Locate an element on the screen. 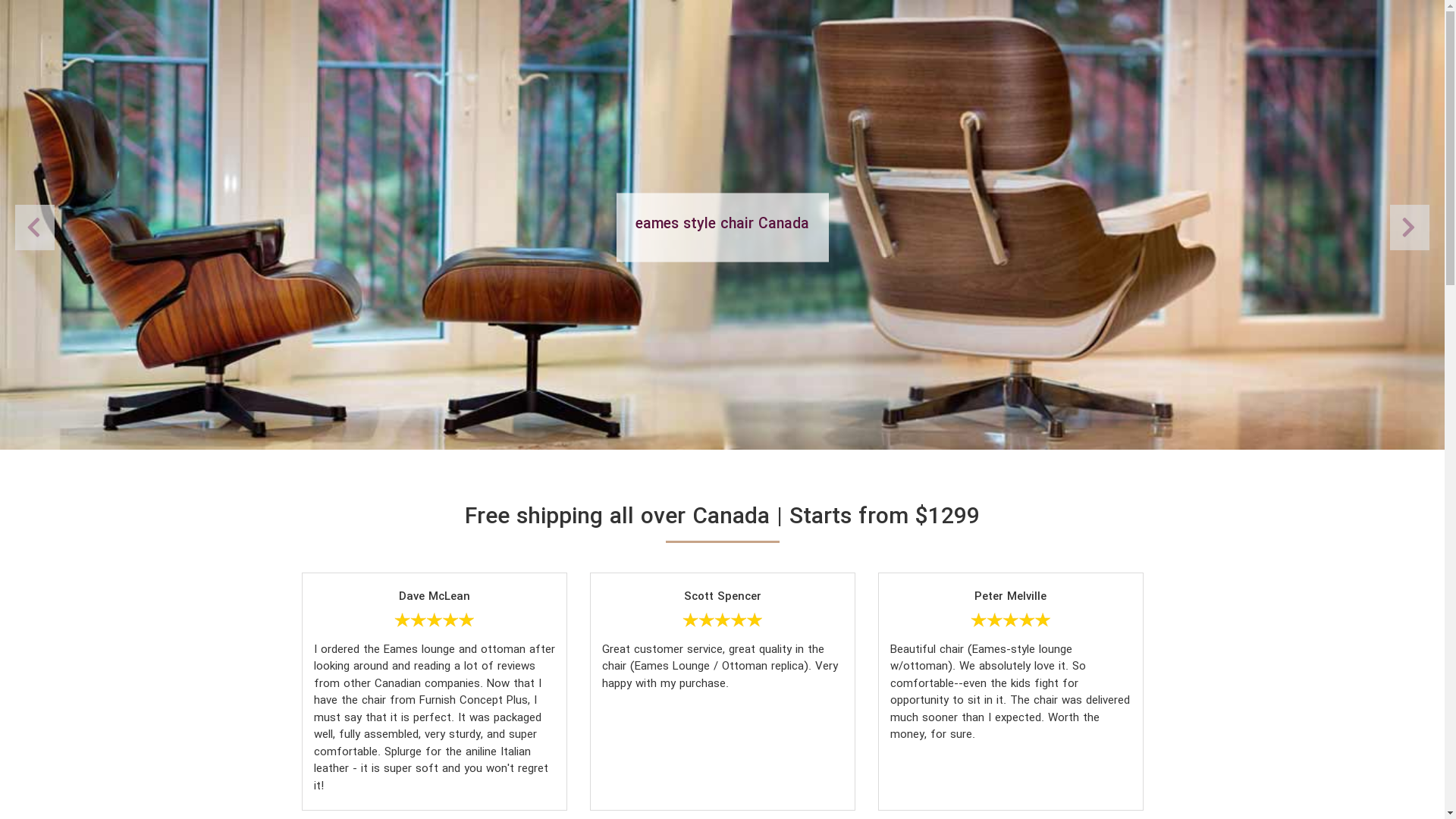 Image resolution: width=1456 pixels, height=819 pixels. 'Next' is located at coordinates (35, 227).